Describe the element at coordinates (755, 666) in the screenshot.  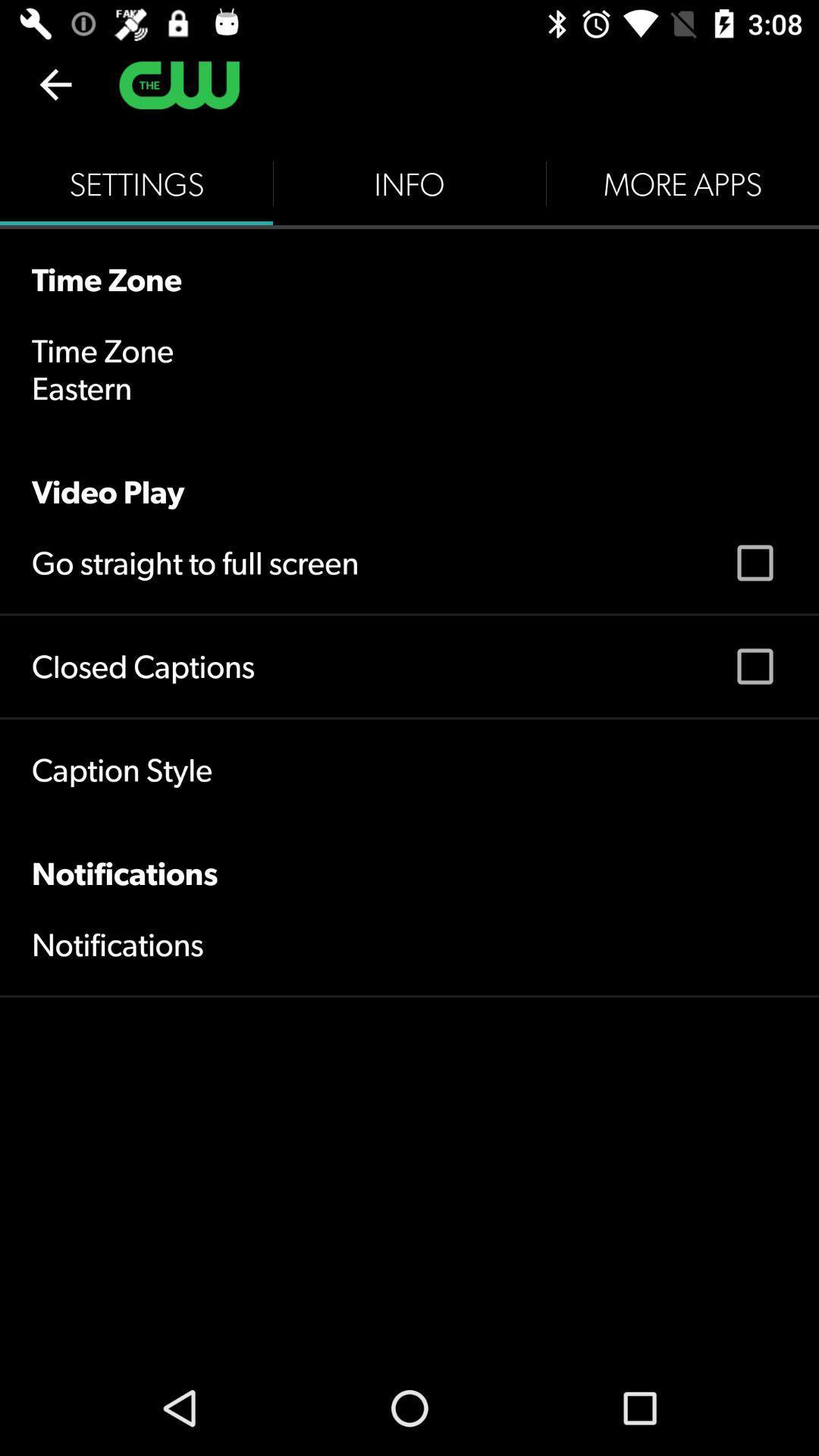
I see `the closed captions  from the right side` at that location.